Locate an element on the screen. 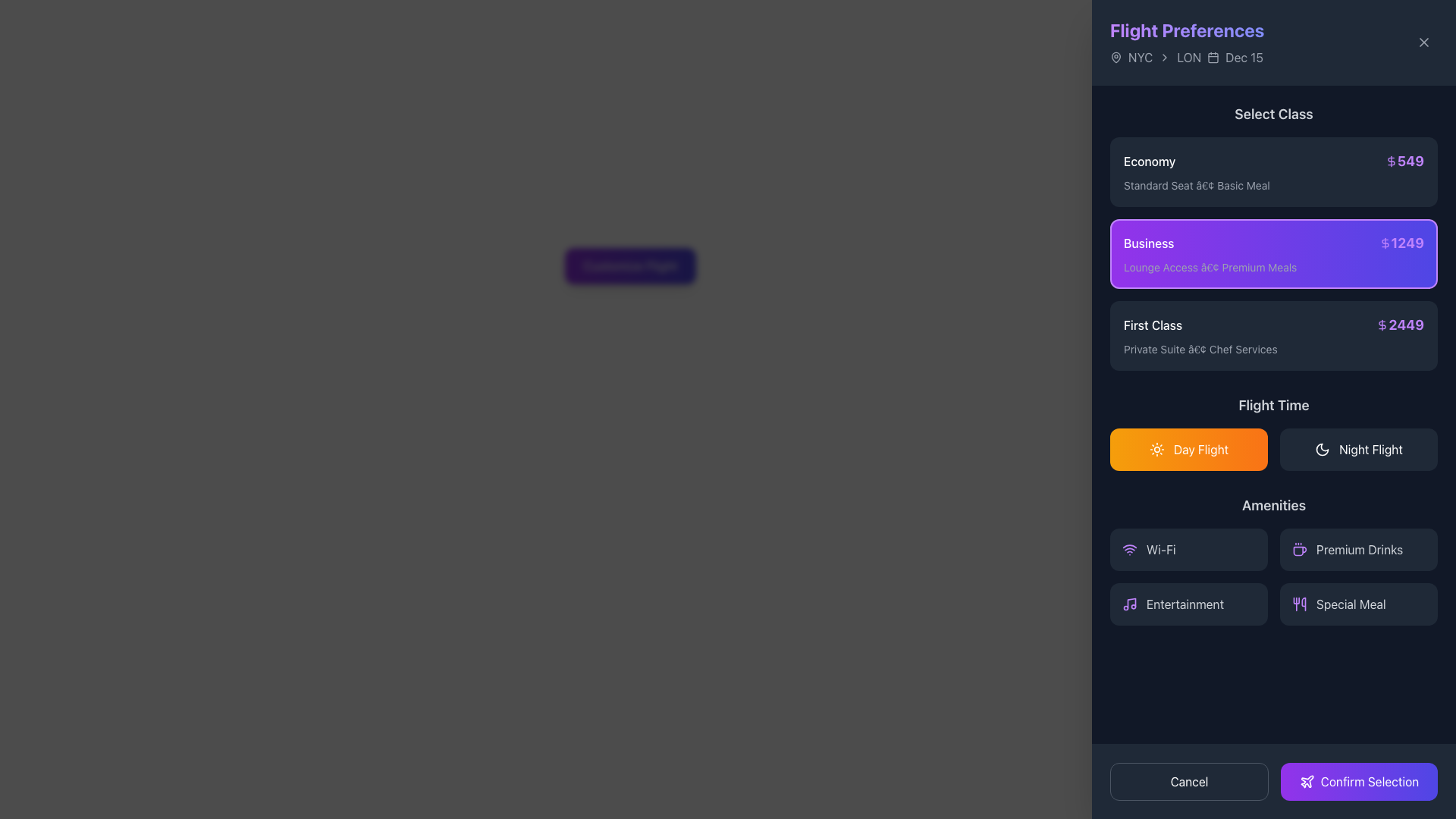  the 'Economy' text label located at the top of the 'Select Class' section, positioned to the left of the price indicator '$549' is located at coordinates (1150, 161).